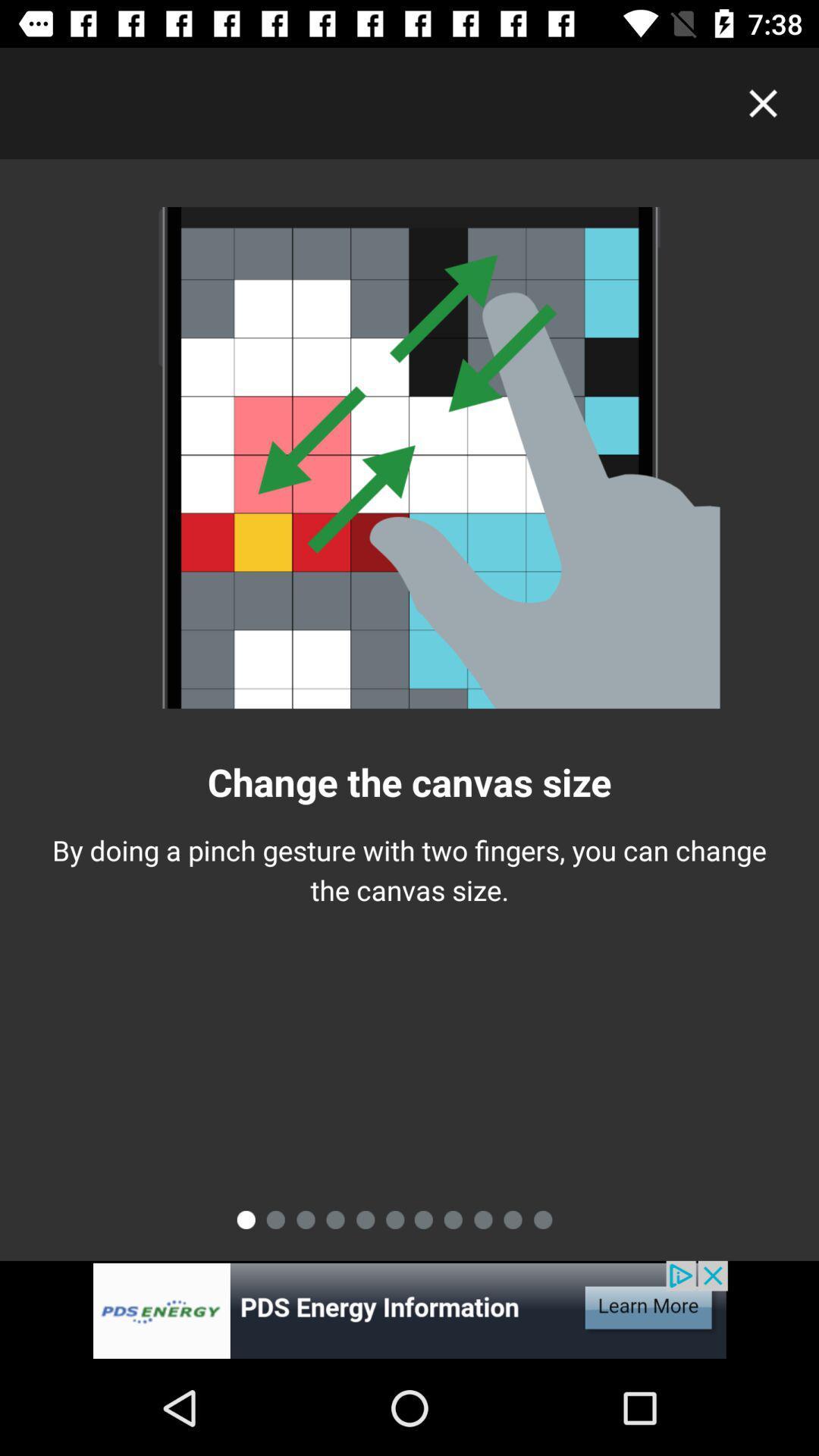 The height and width of the screenshot is (1456, 819). I want to click on exit popup, so click(763, 102).